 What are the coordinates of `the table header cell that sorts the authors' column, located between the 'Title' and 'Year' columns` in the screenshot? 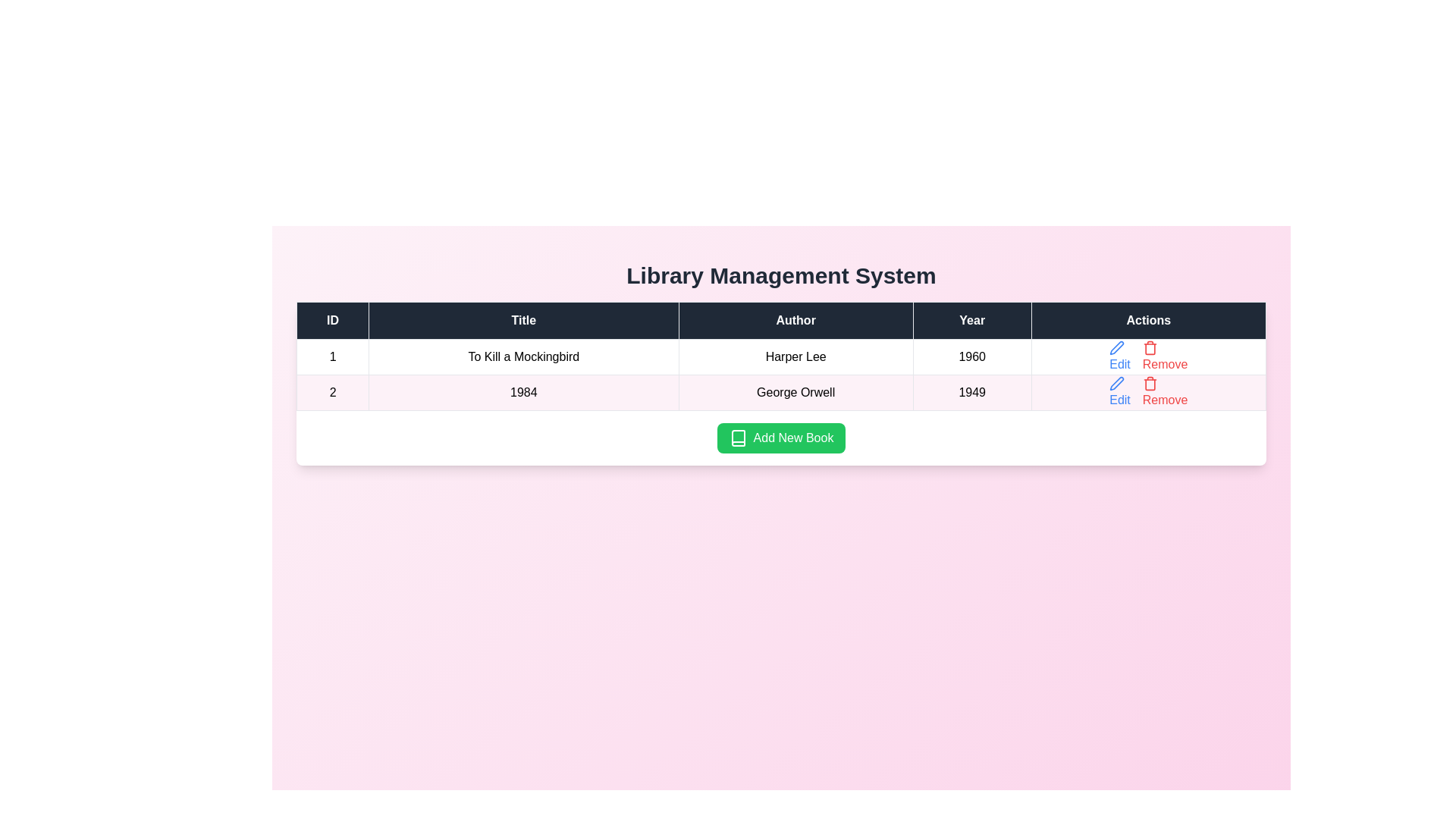 It's located at (795, 320).